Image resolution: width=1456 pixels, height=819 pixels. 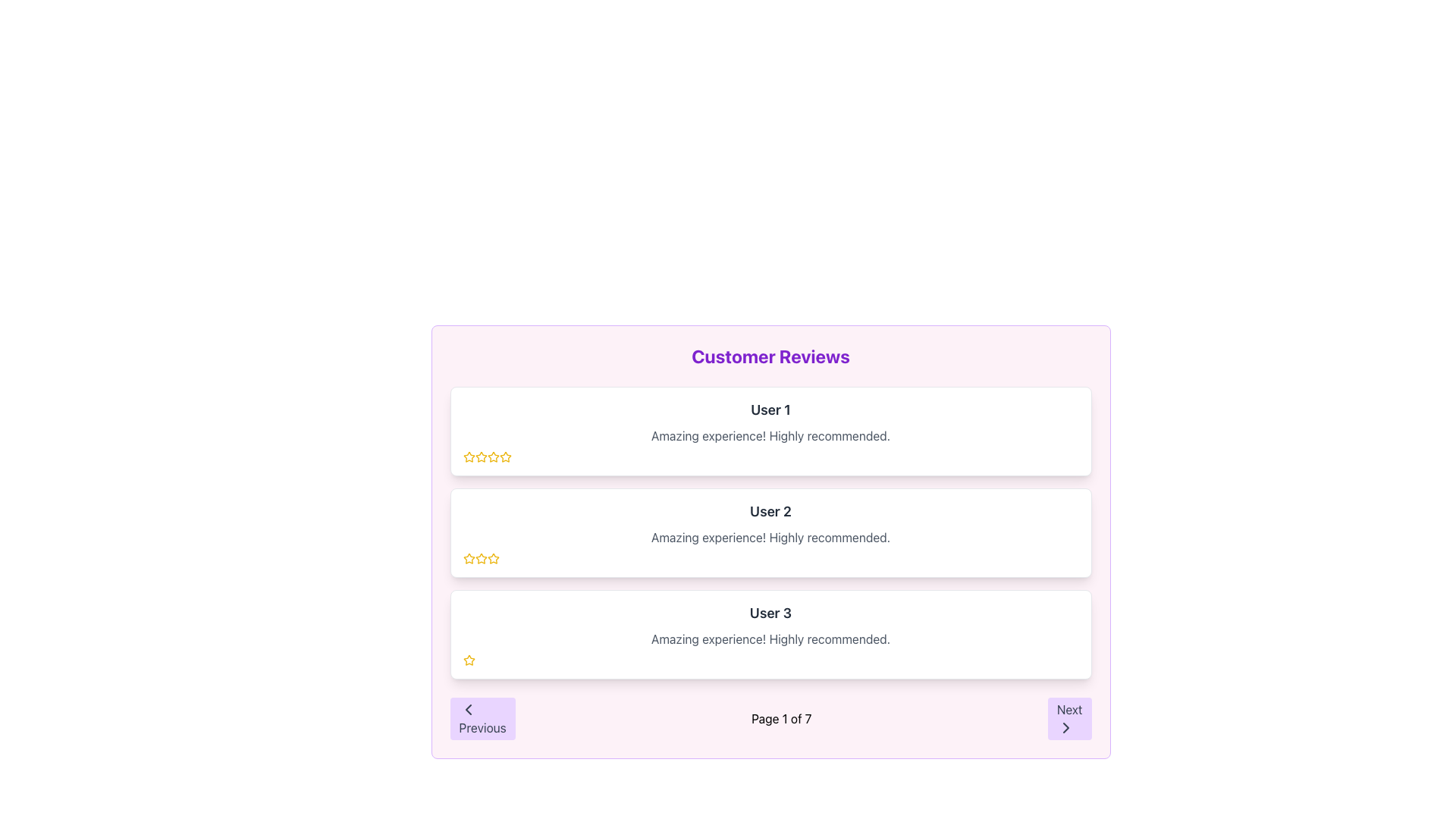 I want to click on the small triangular navigation icon pointing to the right, which is located inside the 'Next' button at the bottom-right corner of the interface, so click(x=1065, y=727).